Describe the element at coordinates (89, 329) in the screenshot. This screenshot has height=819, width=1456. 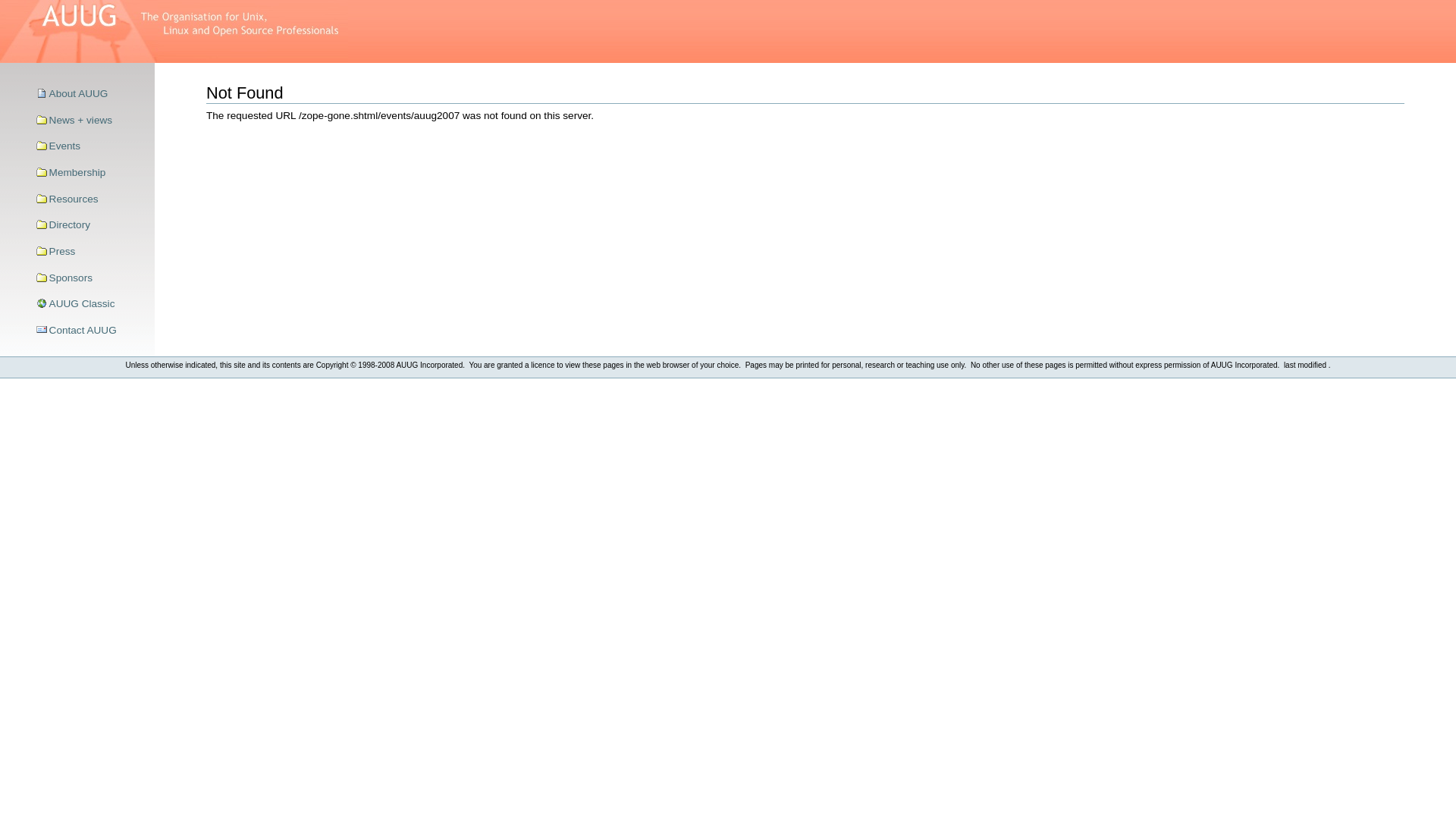
I see `'Contact AUUG'` at that location.